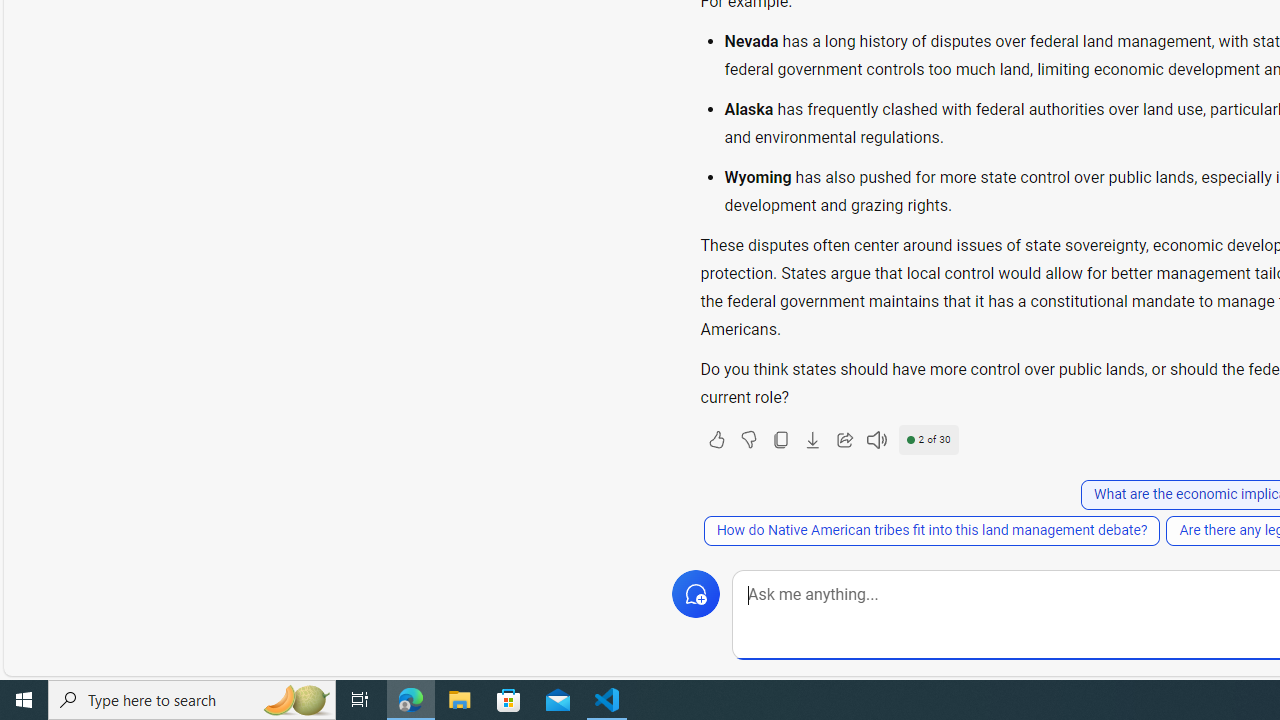 This screenshot has width=1280, height=720. Describe the element at coordinates (812, 438) in the screenshot. I see `'Export'` at that location.